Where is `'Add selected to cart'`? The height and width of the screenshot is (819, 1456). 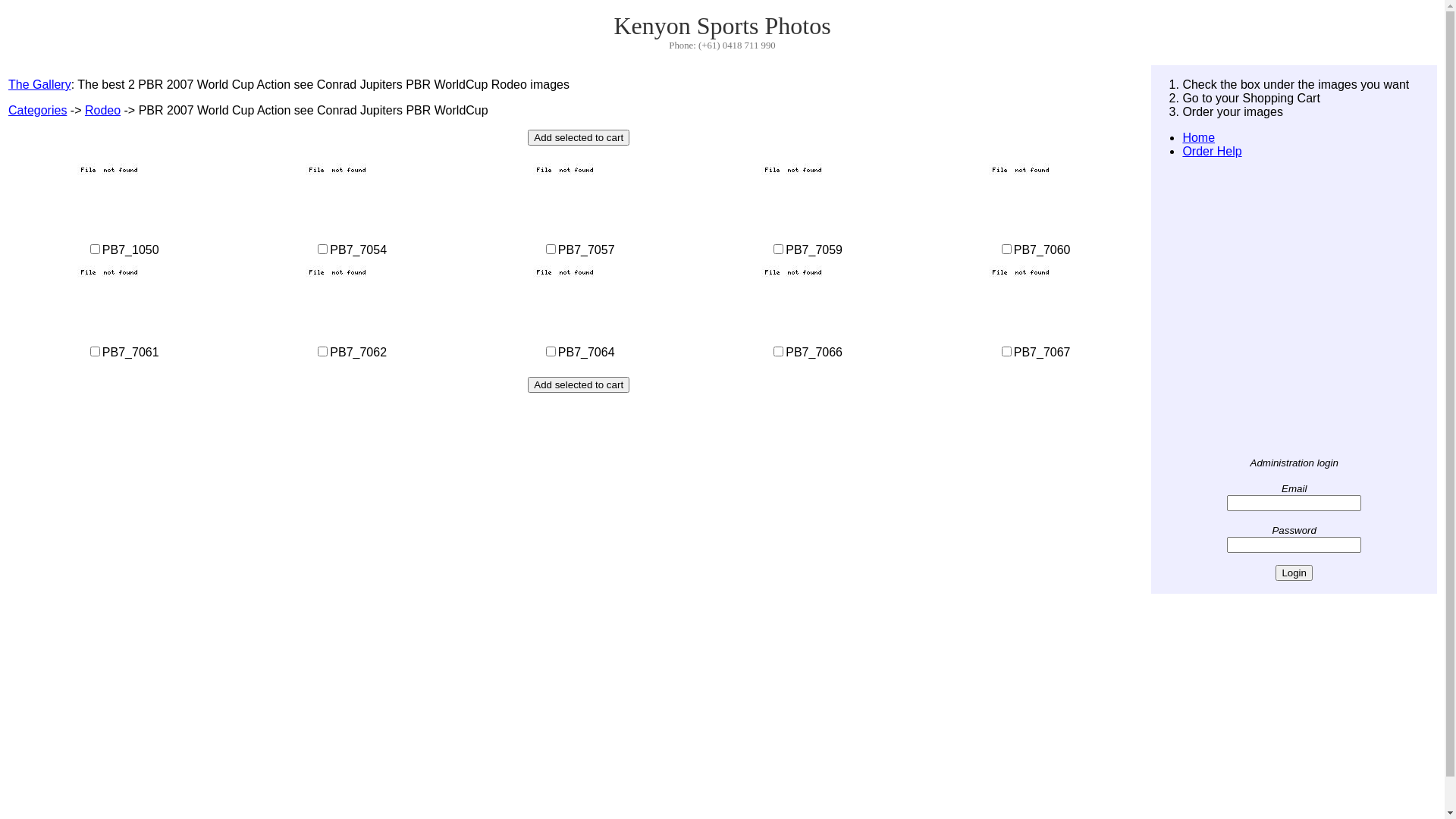 'Add selected to cart' is located at coordinates (578, 384).